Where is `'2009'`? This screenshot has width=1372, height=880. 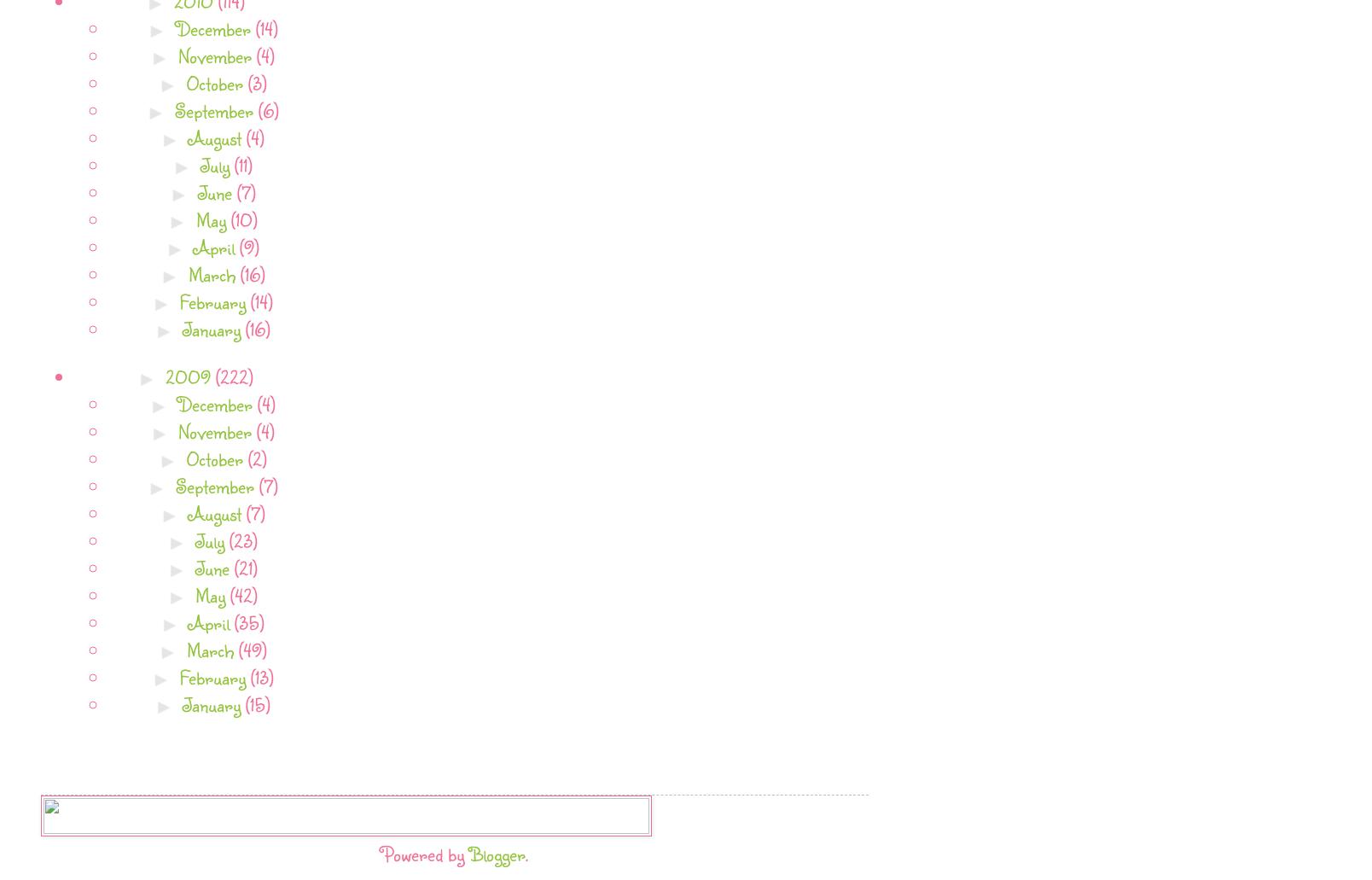 '2009' is located at coordinates (164, 376).